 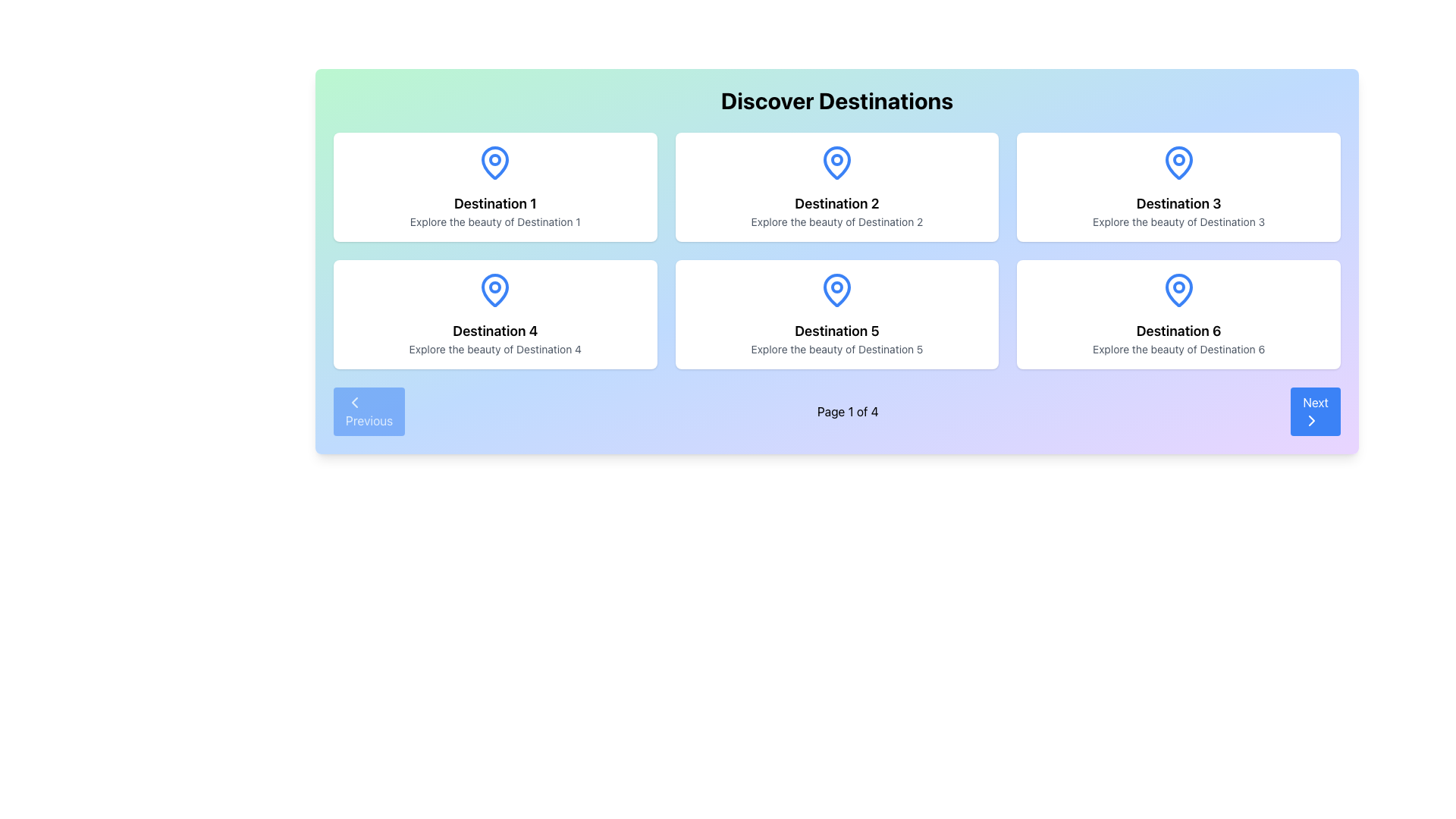 What do you see at coordinates (1311, 421) in the screenshot?
I see `the rightward chevron icon located on the right side of the blue 'Next' button` at bounding box center [1311, 421].